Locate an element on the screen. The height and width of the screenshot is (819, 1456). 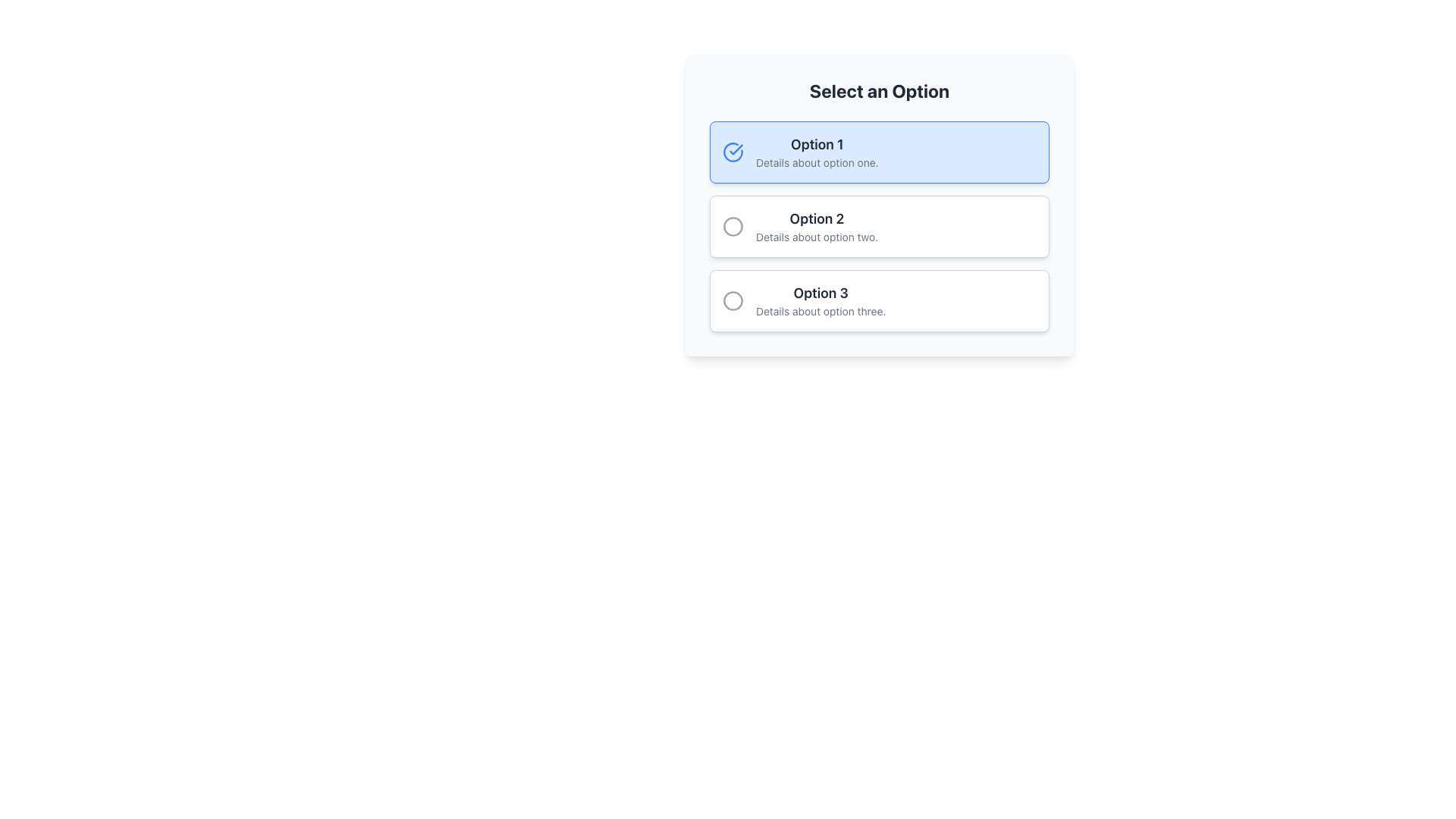
the radio button for 'Option 3' is located at coordinates (733, 301).